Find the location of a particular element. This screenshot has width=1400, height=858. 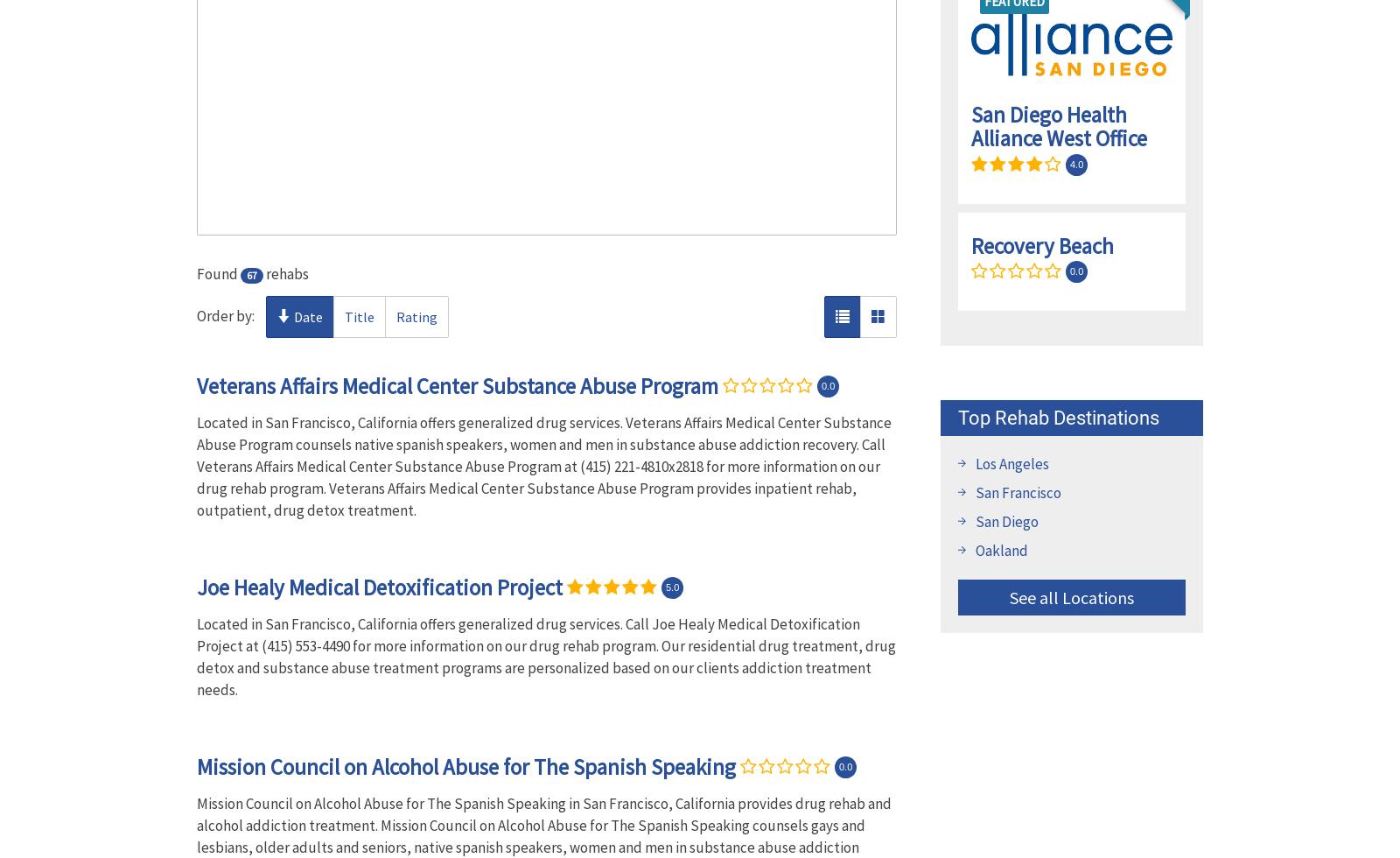

'Rating' is located at coordinates (416, 316).